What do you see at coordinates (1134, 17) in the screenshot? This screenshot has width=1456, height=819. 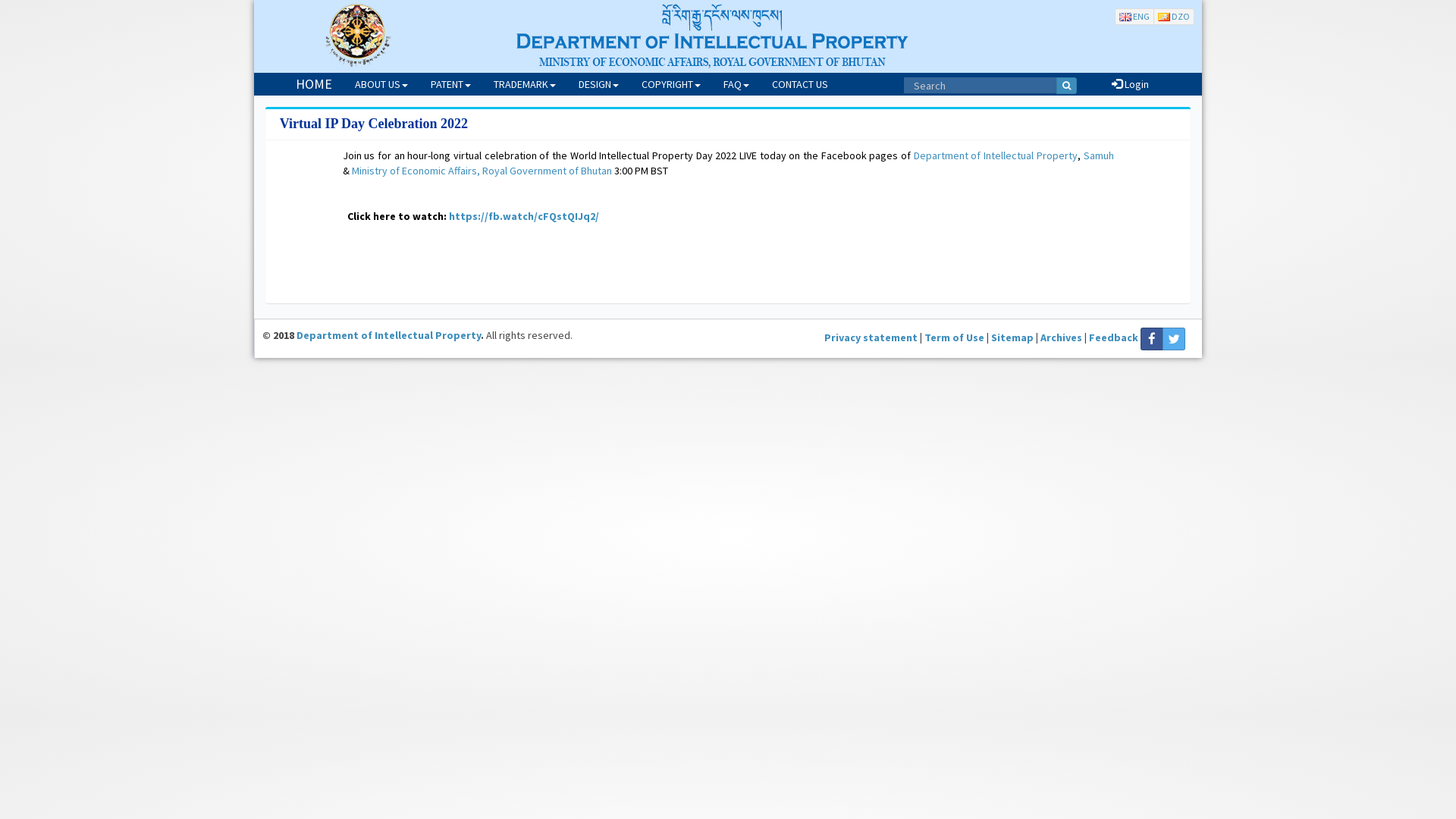 I see `'ENG'` at bounding box center [1134, 17].